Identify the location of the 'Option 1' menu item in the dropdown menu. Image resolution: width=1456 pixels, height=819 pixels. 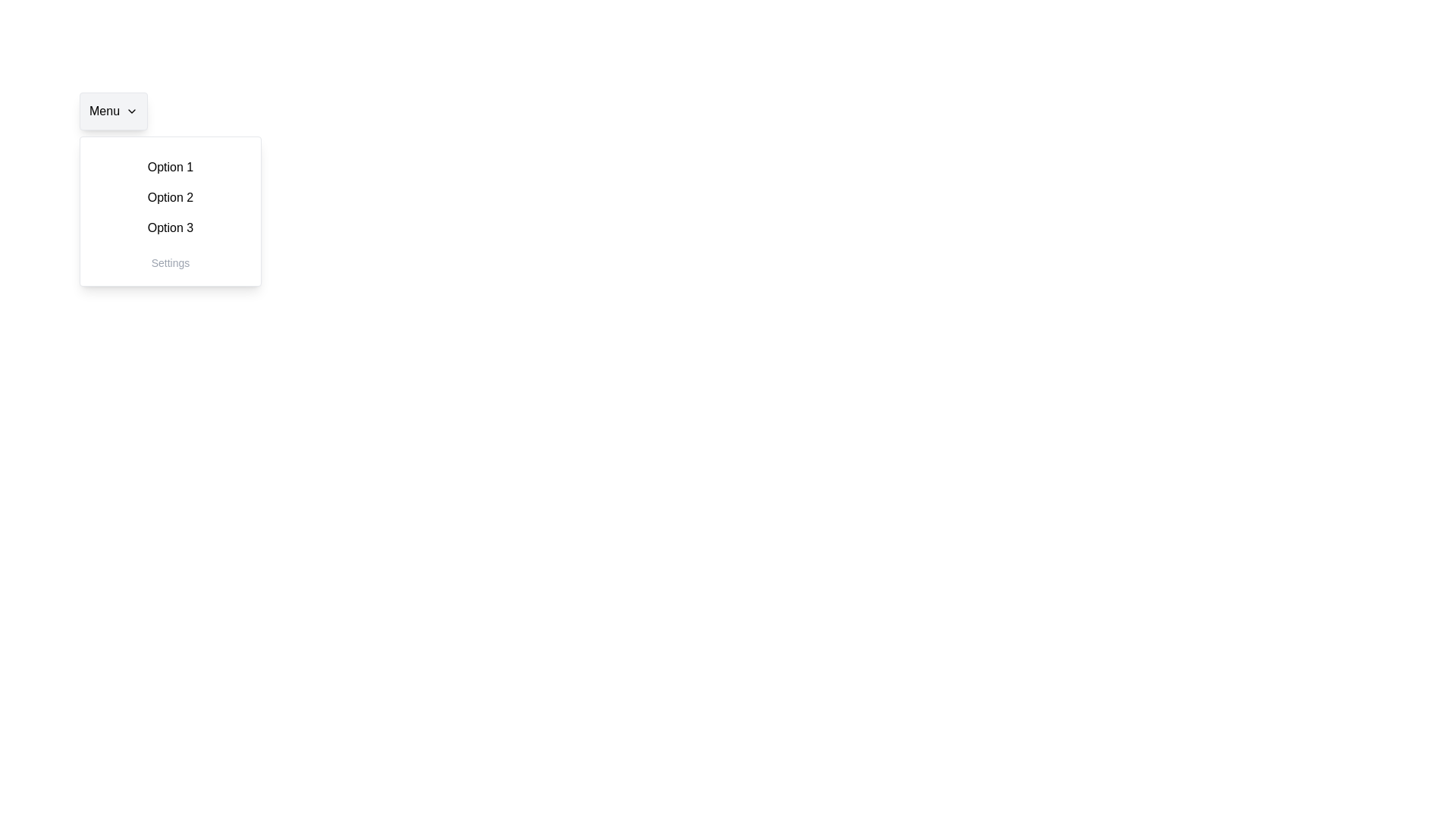
(171, 167).